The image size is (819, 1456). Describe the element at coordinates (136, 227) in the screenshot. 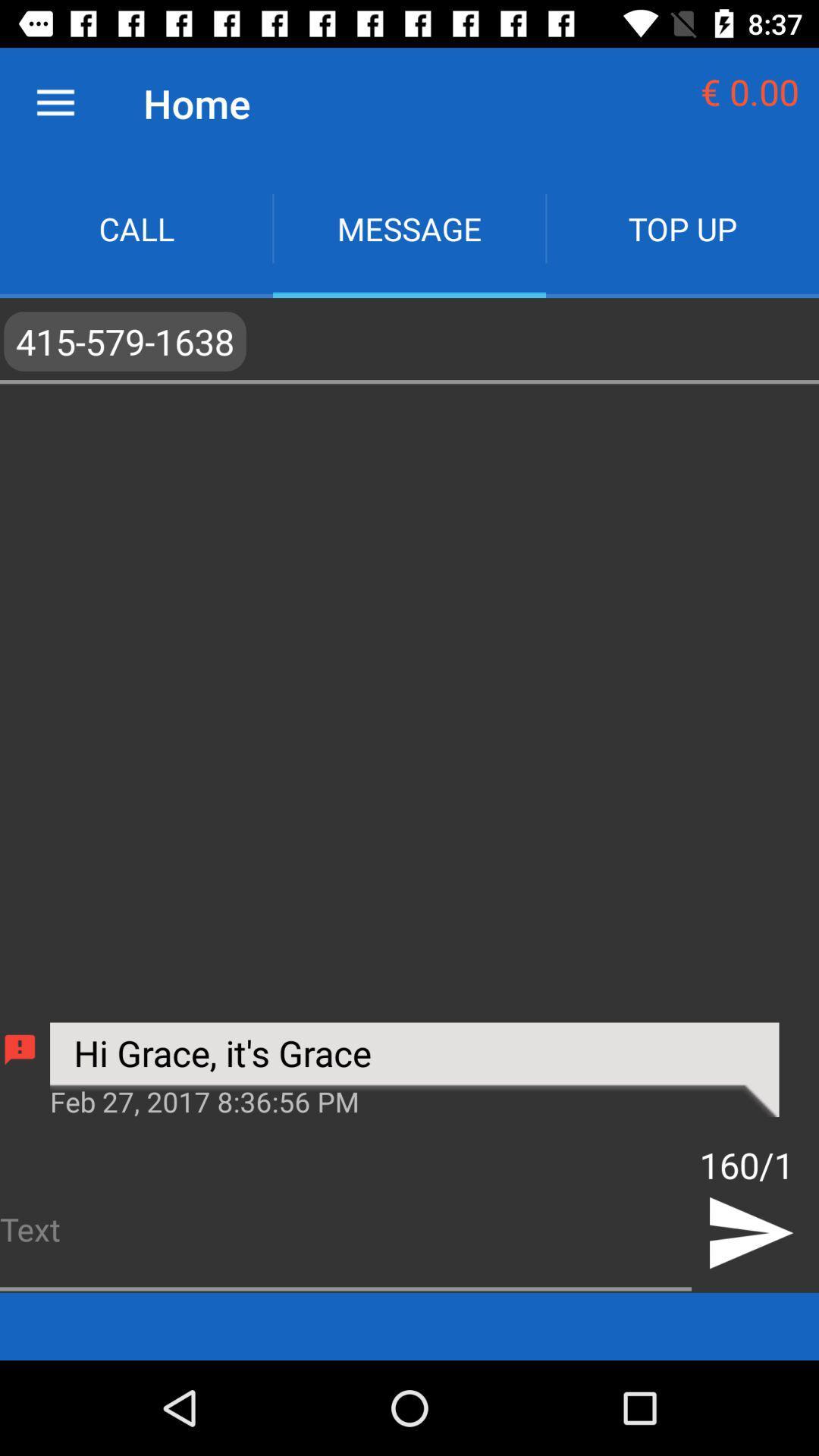

I see `the icon to the left of the message icon` at that location.